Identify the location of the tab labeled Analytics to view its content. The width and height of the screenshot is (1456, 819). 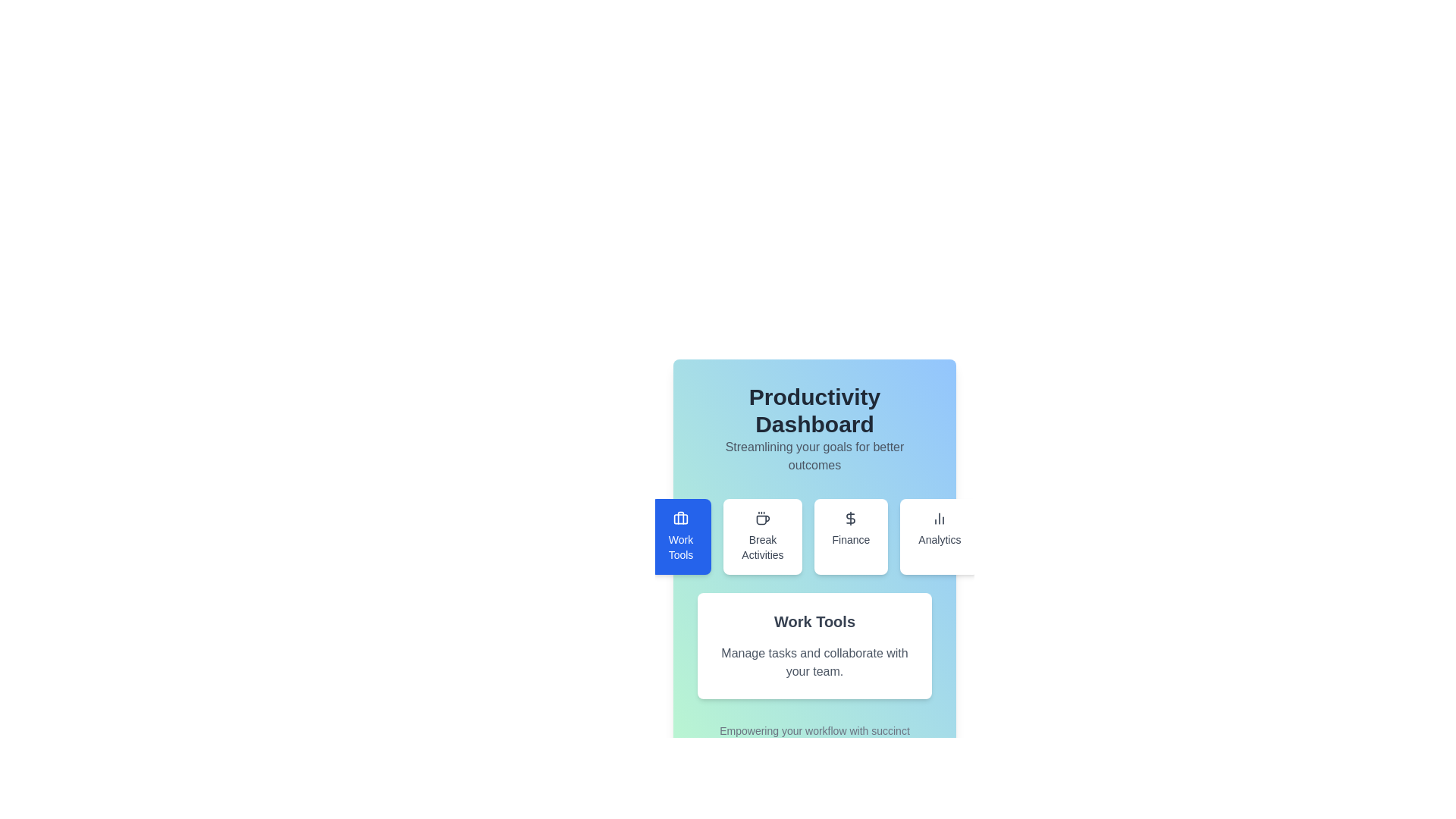
(939, 536).